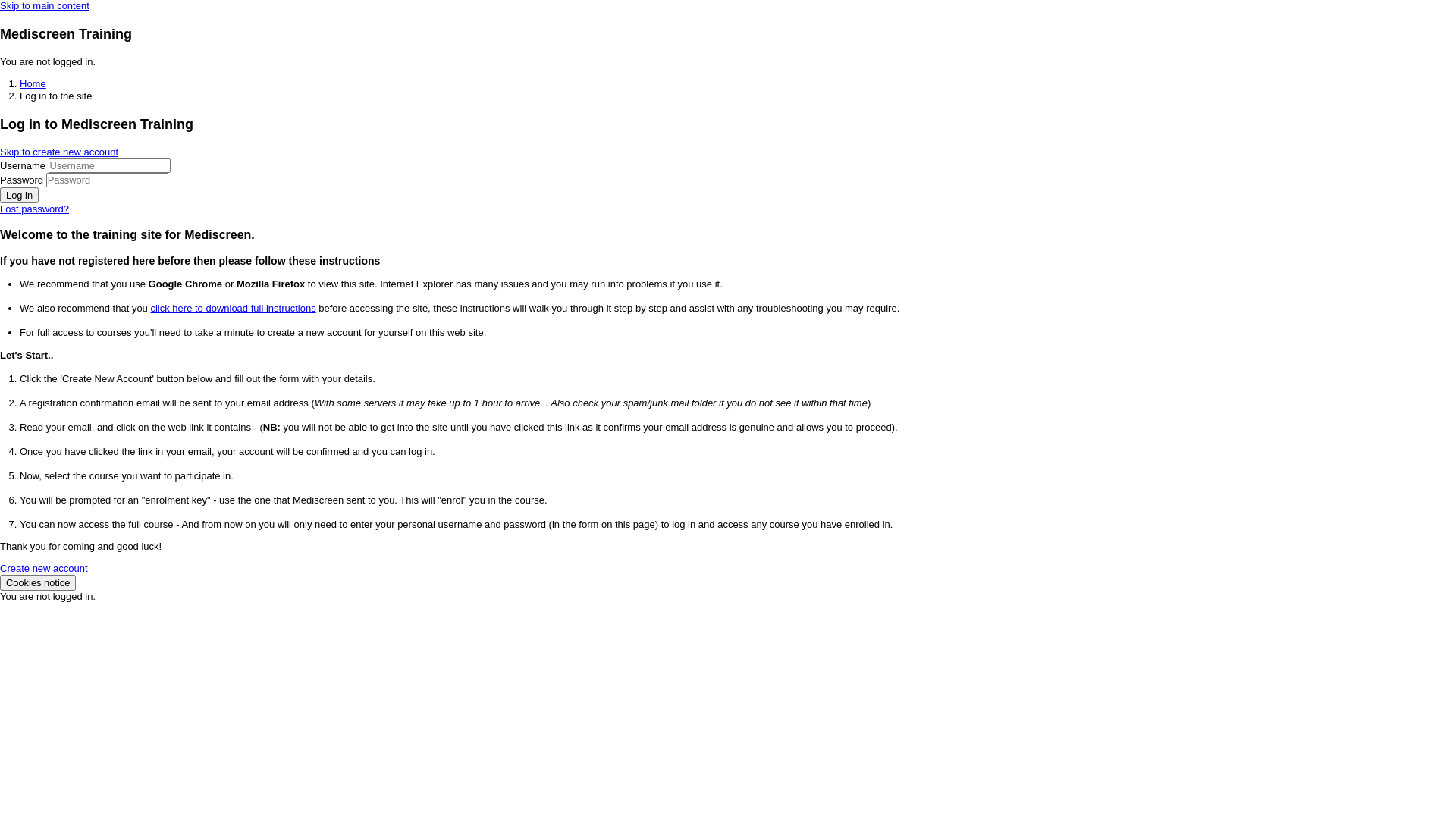 The image size is (1456, 819). Describe the element at coordinates (19, 194) in the screenshot. I see `'Log in'` at that location.